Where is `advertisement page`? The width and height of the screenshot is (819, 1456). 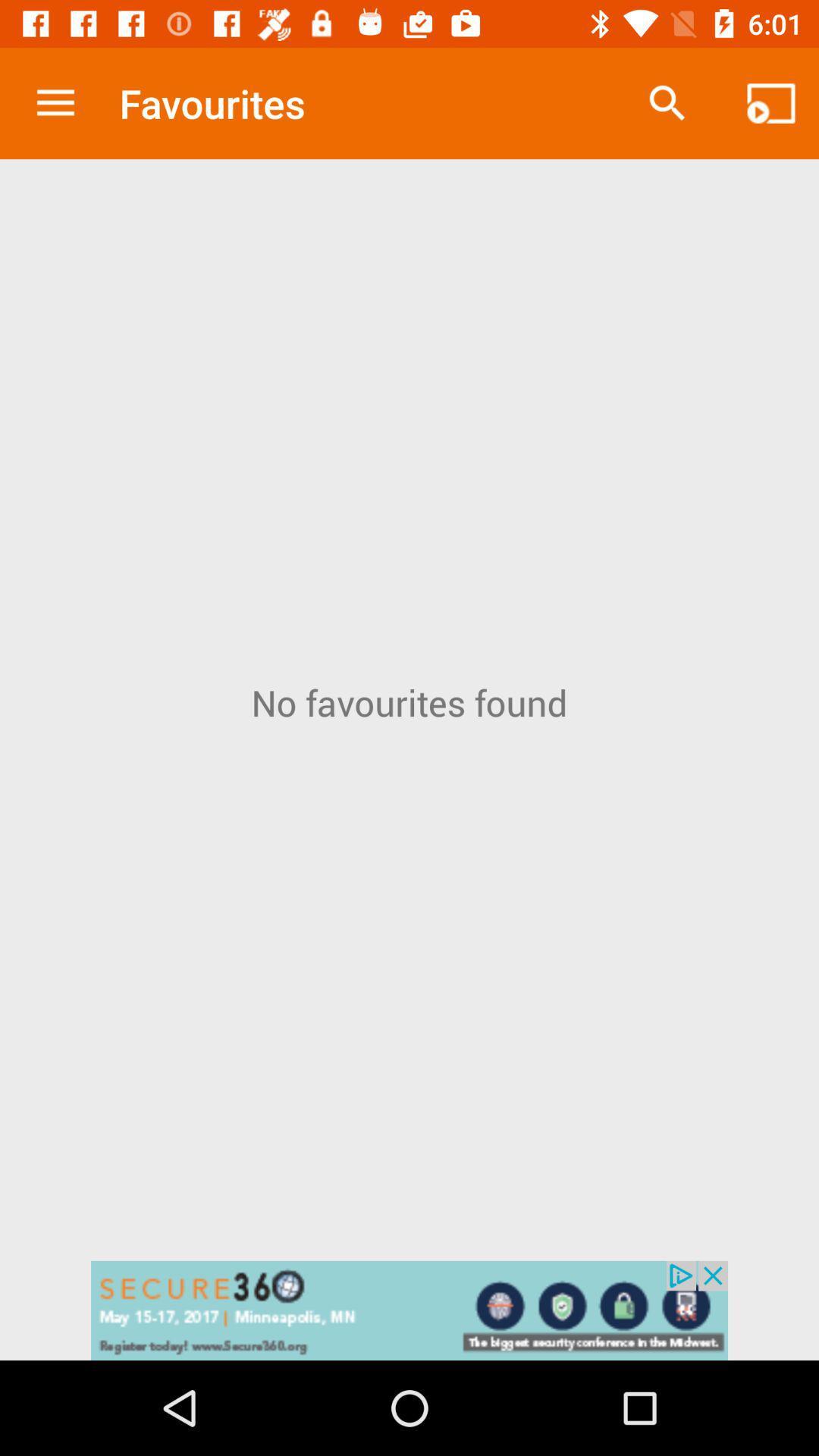 advertisement page is located at coordinates (409, 1310).